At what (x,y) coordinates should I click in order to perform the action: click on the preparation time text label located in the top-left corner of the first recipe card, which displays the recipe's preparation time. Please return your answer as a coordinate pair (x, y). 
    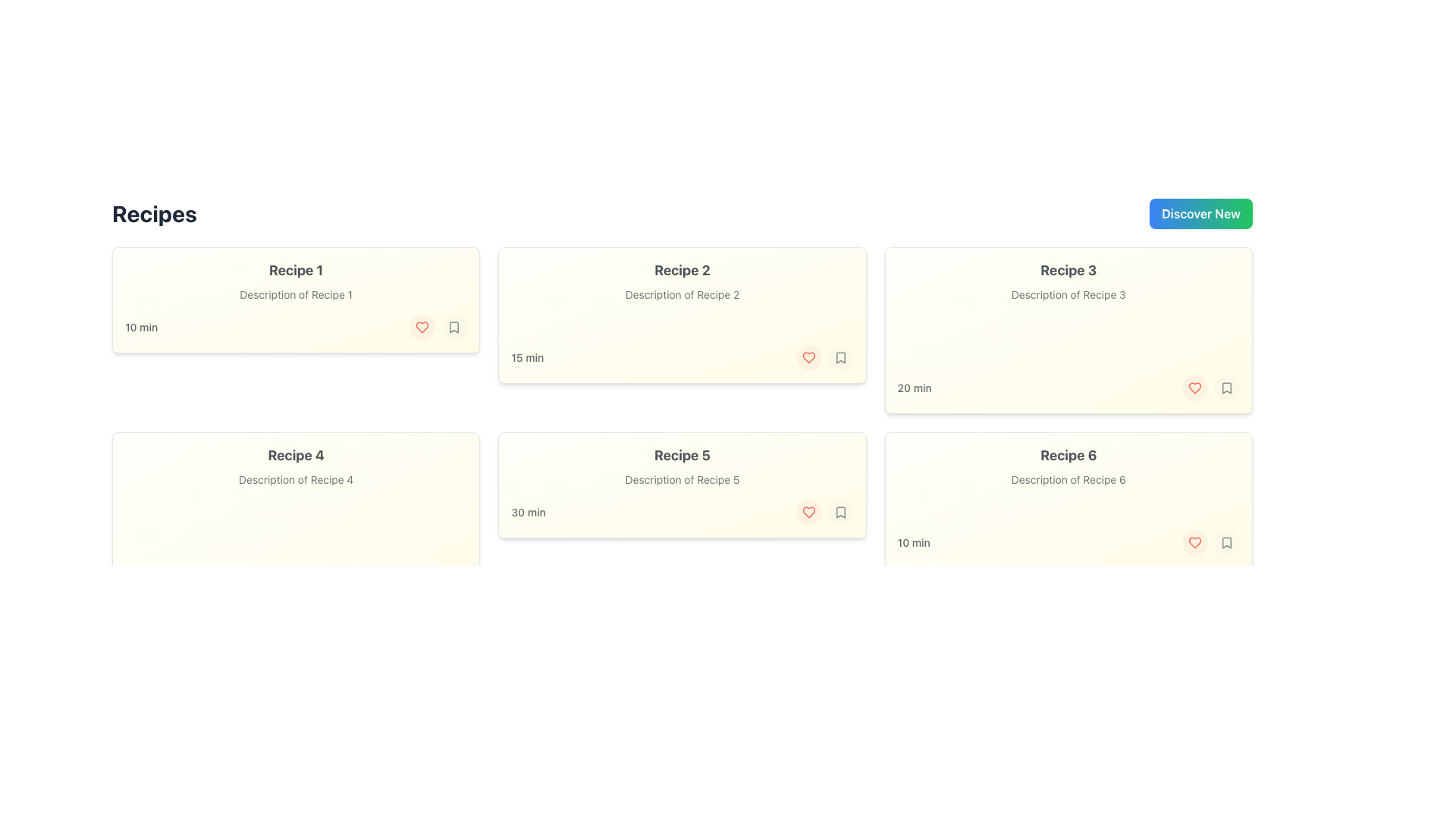
    Looking at the image, I should click on (141, 327).